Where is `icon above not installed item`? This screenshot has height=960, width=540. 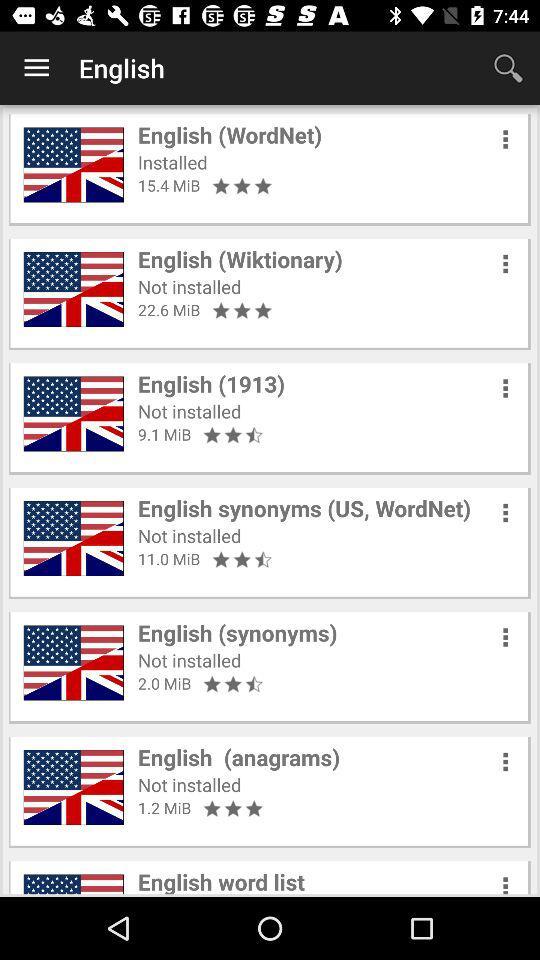 icon above not installed item is located at coordinates (239, 756).